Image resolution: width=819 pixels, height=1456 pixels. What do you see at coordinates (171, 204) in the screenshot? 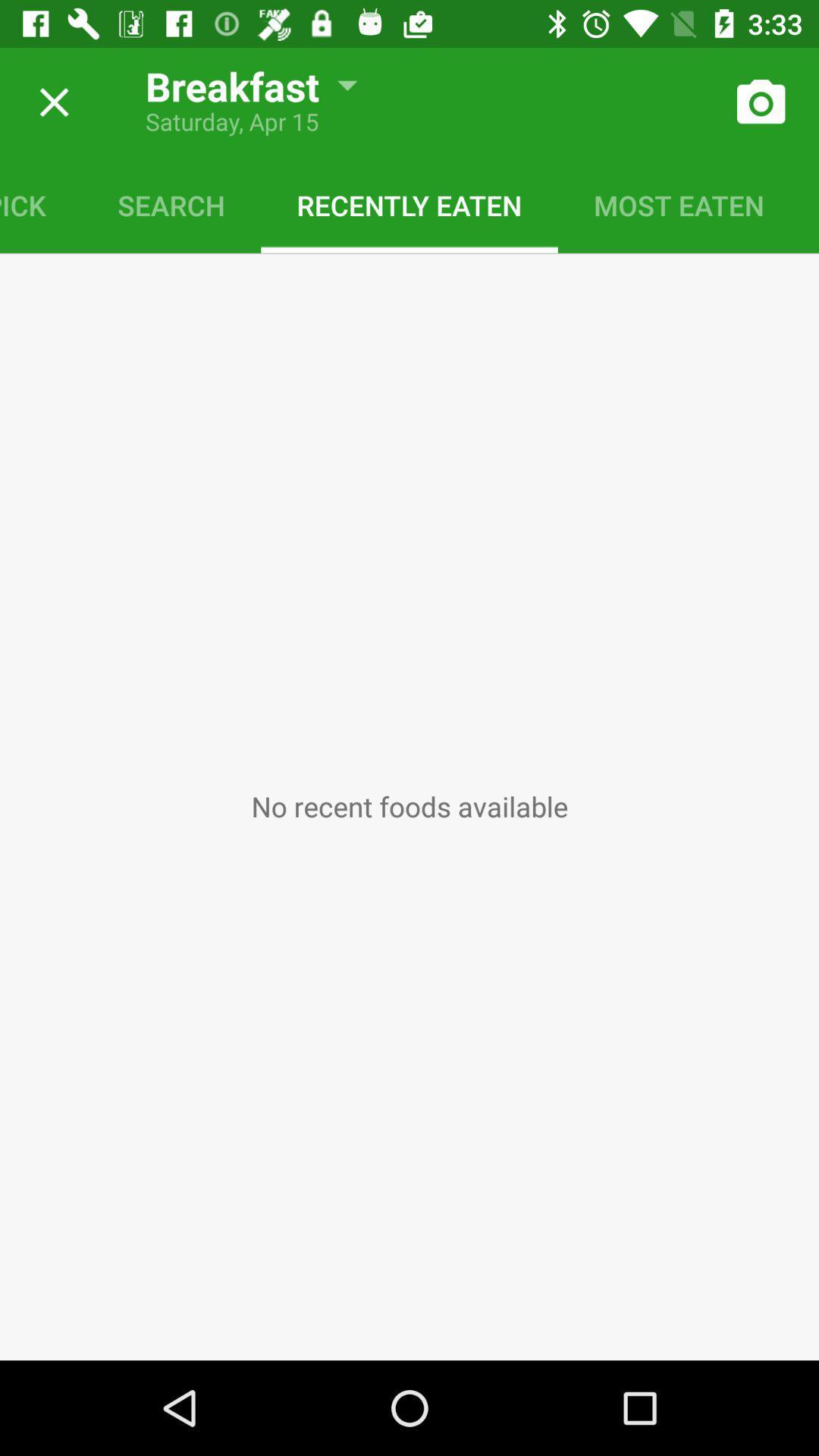
I see `item to the left of the recently eaten icon` at bounding box center [171, 204].